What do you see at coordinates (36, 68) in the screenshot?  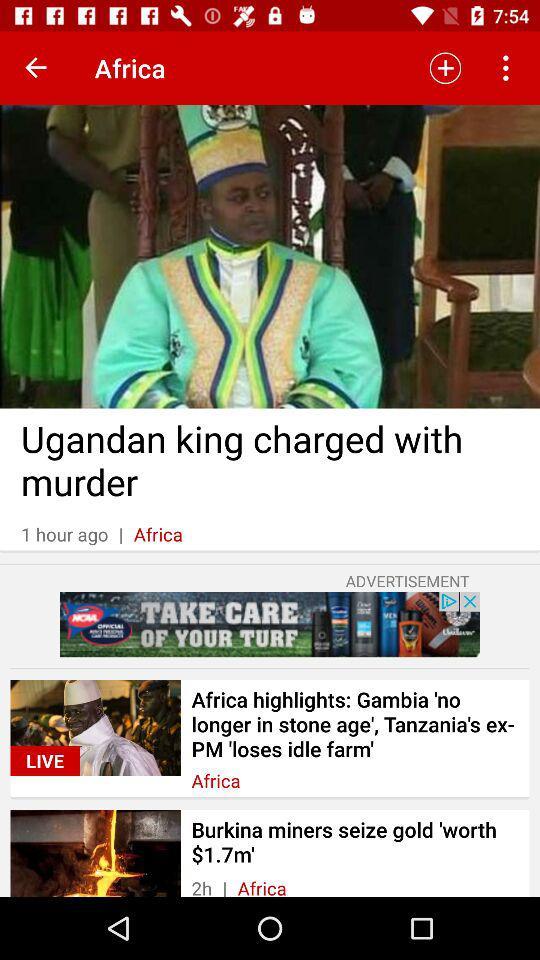 I see `go back` at bounding box center [36, 68].